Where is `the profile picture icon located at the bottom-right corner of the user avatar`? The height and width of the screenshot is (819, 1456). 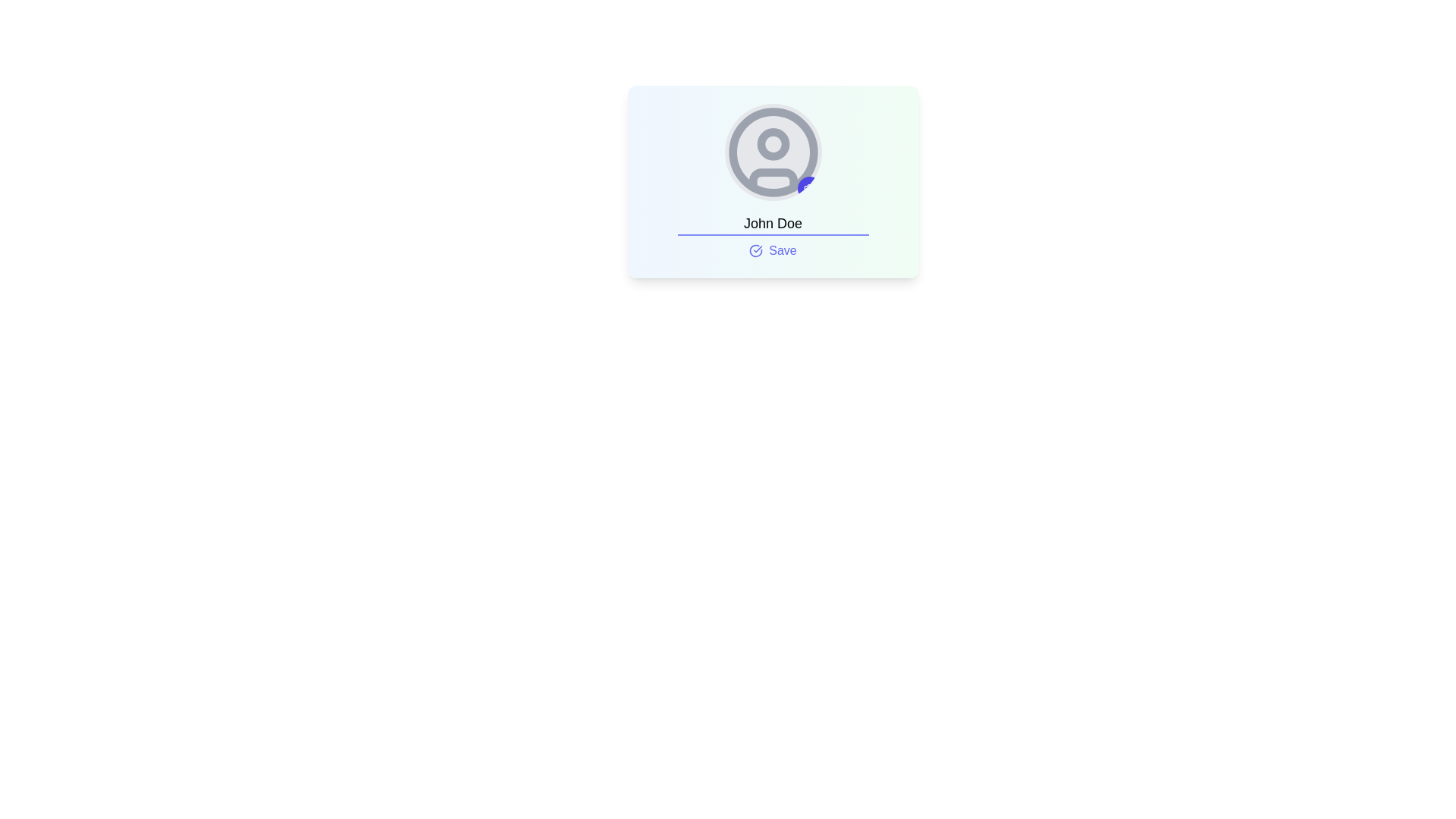
the profile picture icon located at the bottom-right corner of the user avatar is located at coordinates (808, 188).